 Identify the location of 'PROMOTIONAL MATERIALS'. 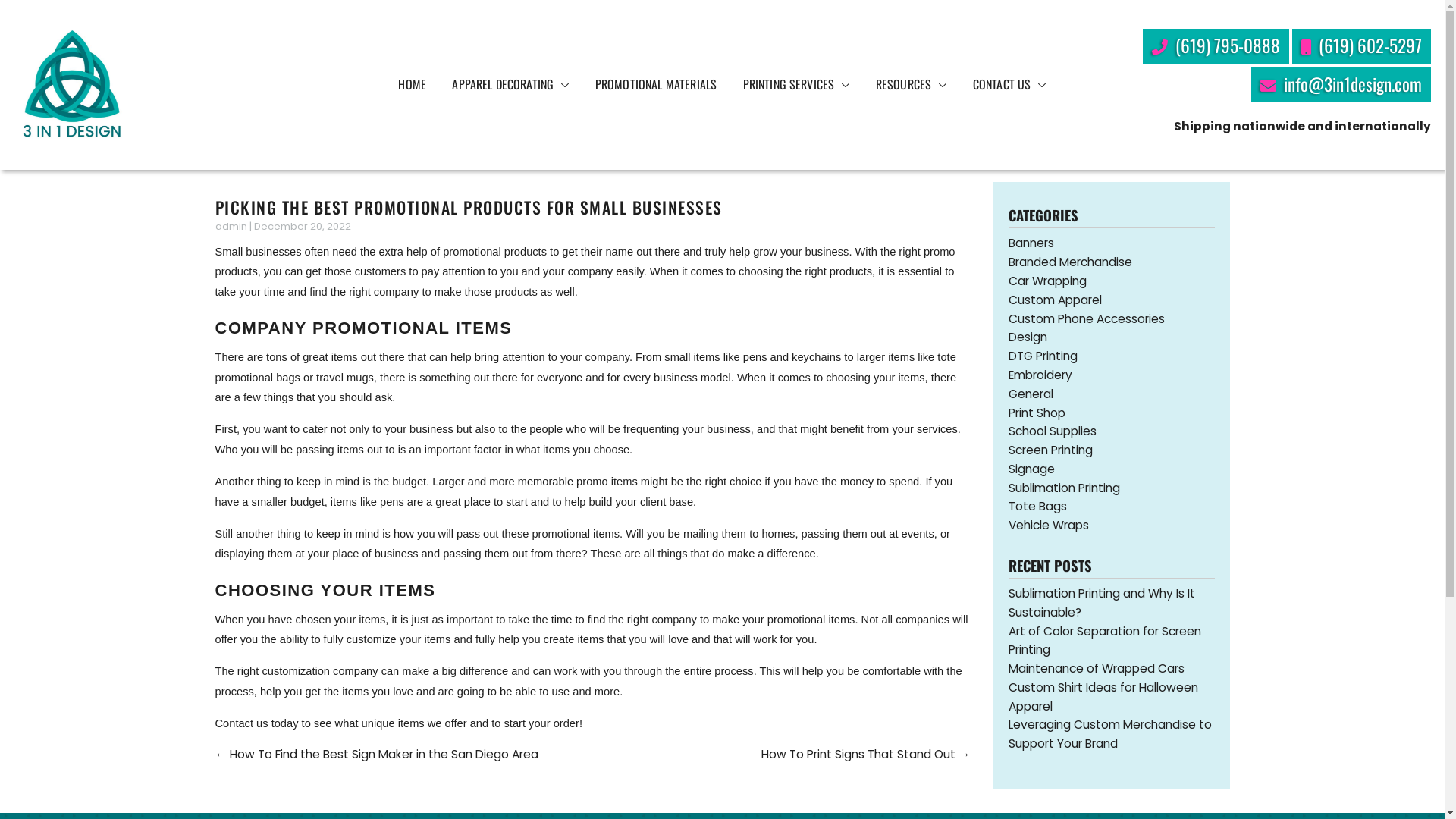
(655, 84).